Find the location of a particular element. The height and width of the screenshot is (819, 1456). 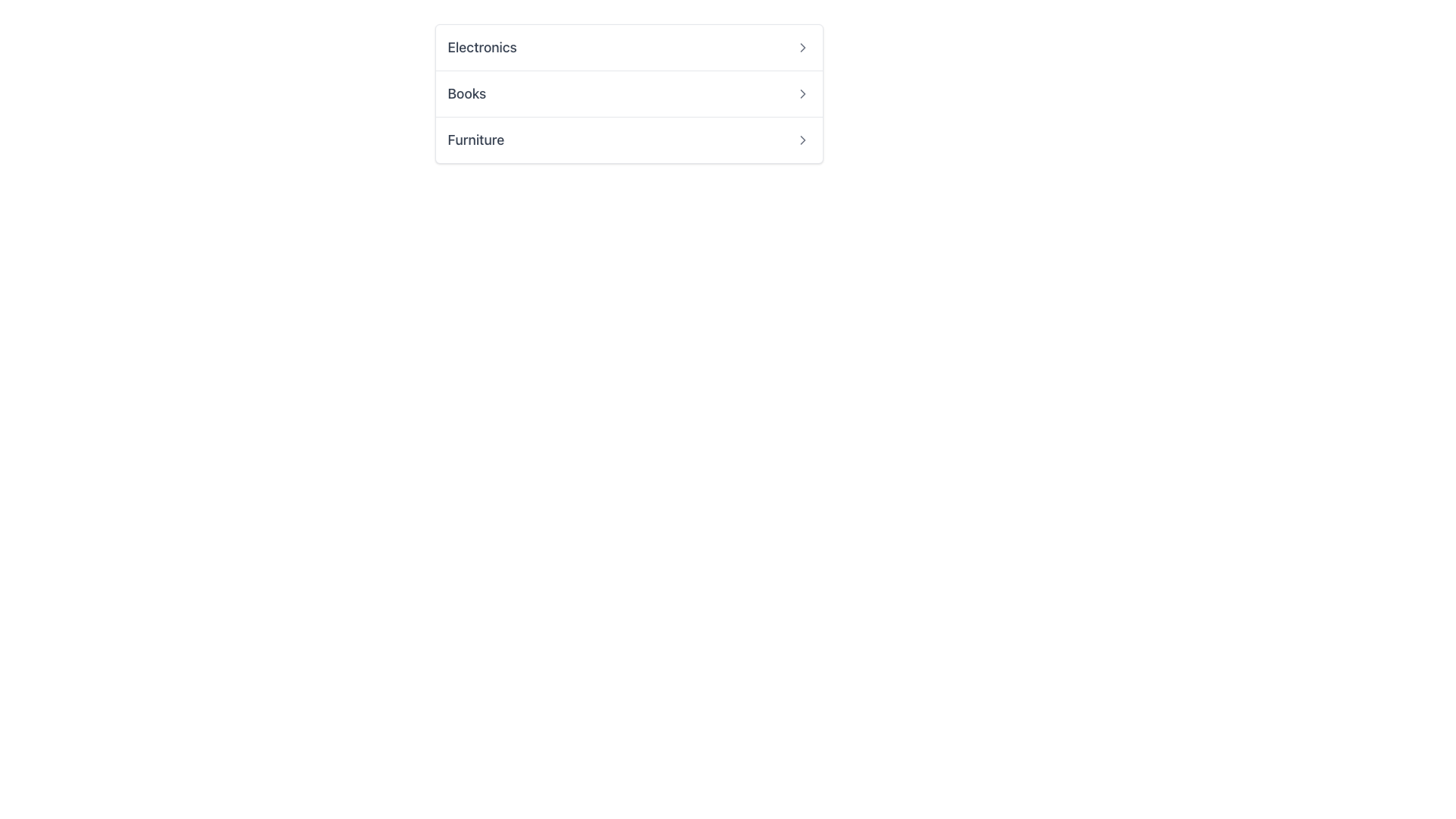

the 'Furniture' navigation menu item, which is the third item in the vertical list of navigation options is located at coordinates (629, 140).